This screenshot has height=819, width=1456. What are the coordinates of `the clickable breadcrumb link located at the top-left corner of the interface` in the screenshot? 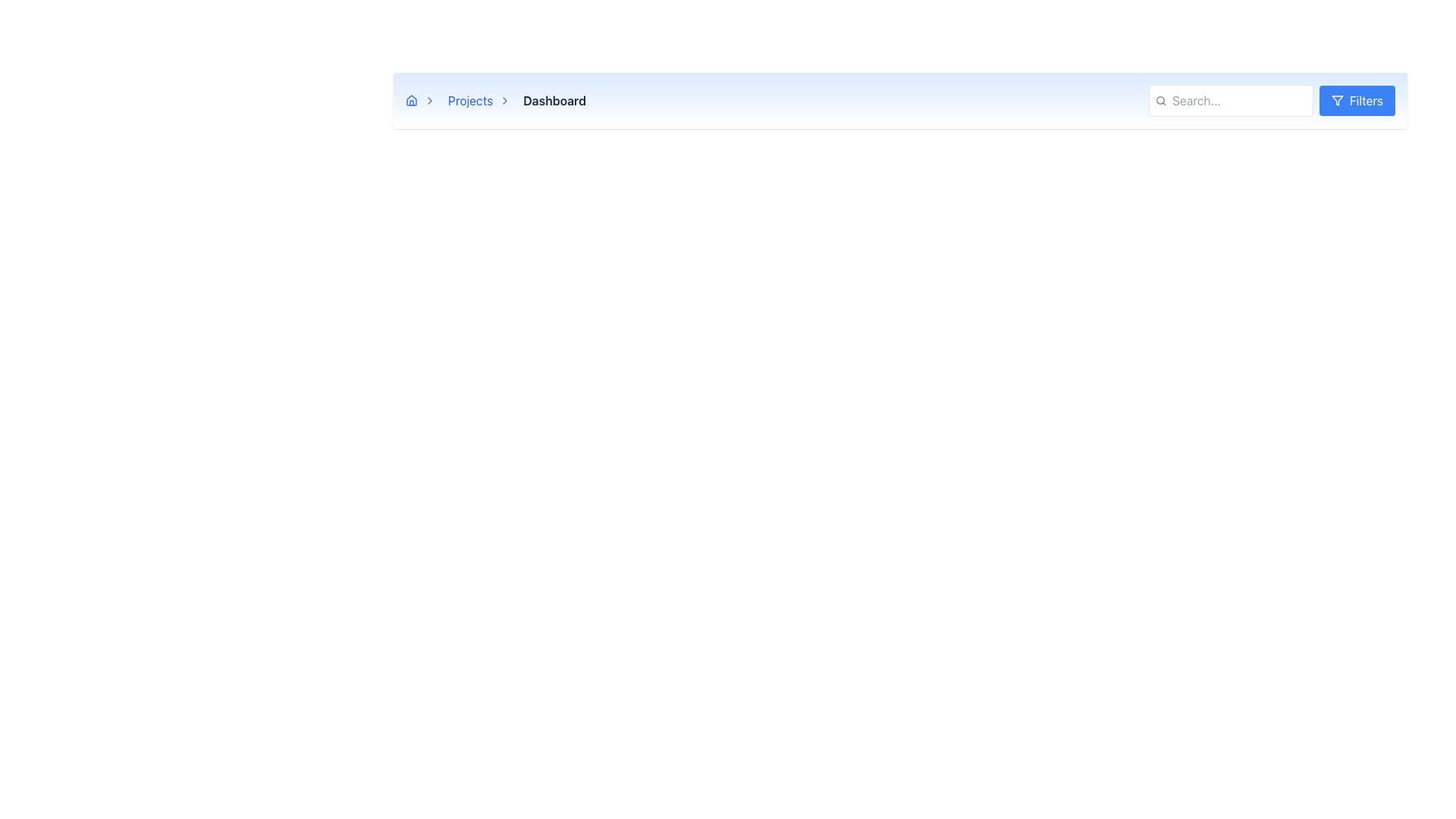 It's located at (411, 100).